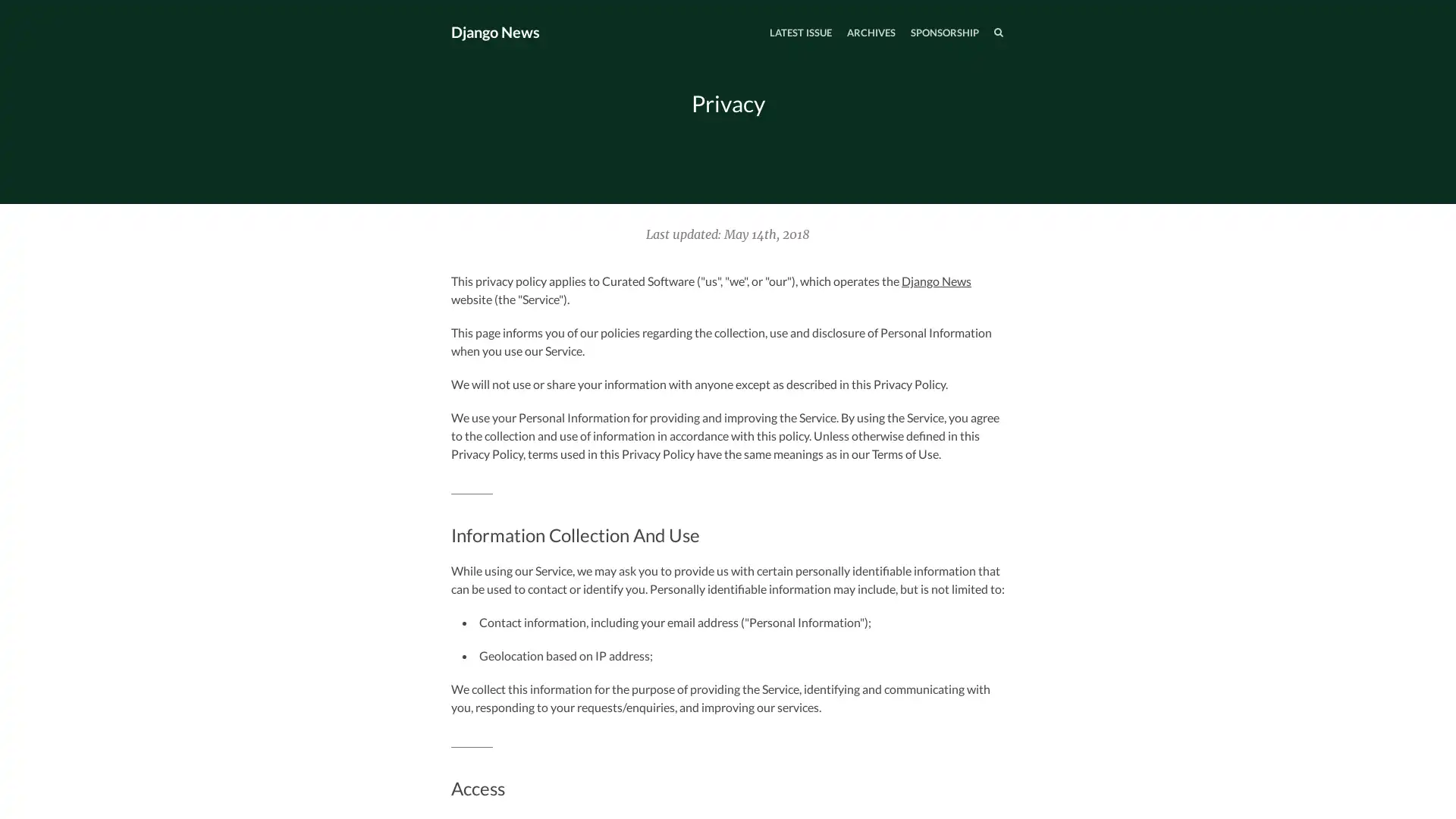 This screenshot has height=819, width=1456. I want to click on SEARCH, so click(966, 32).